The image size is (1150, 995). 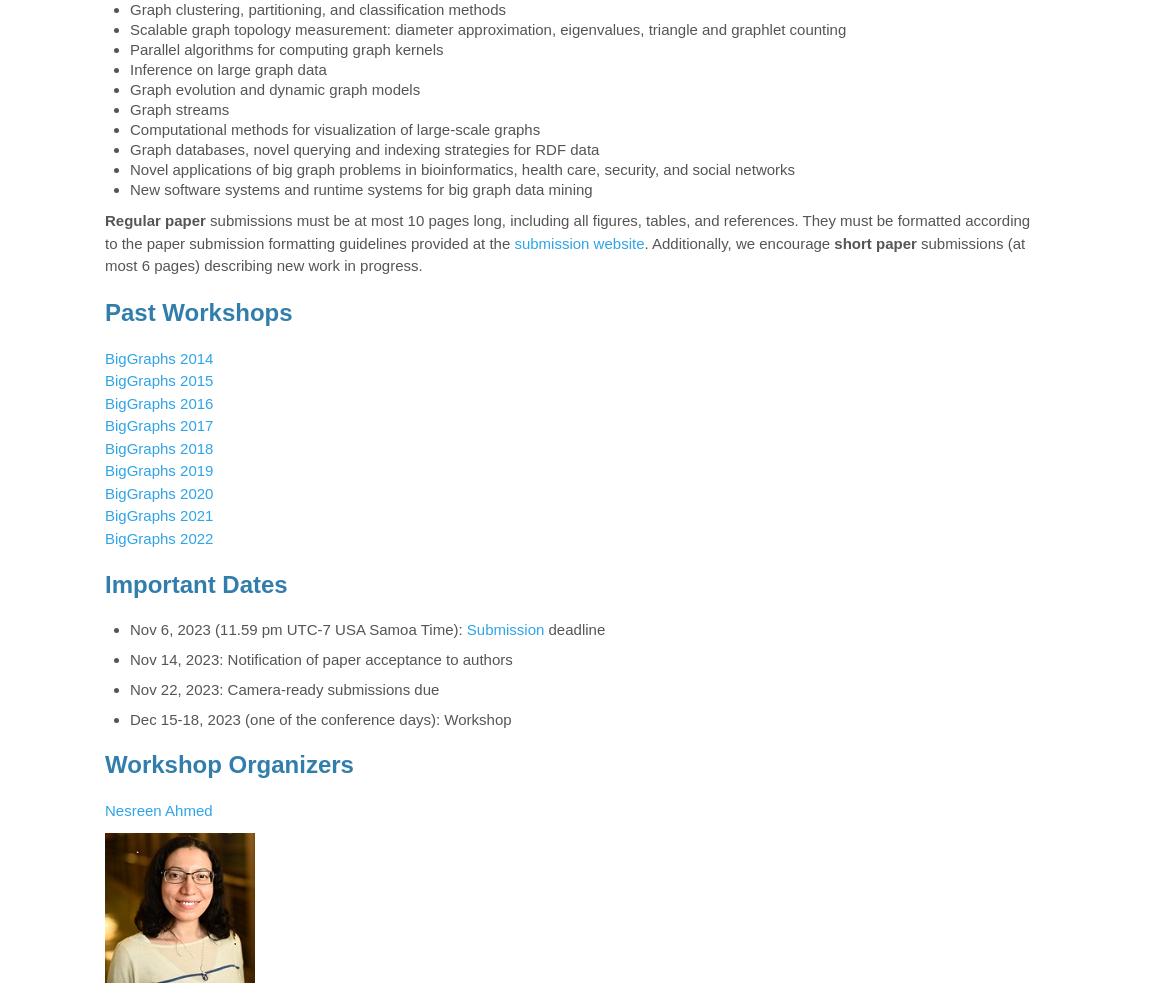 I want to click on 'Nov 14, 2023: Notification of paper acceptance to authors', so click(x=128, y=658).